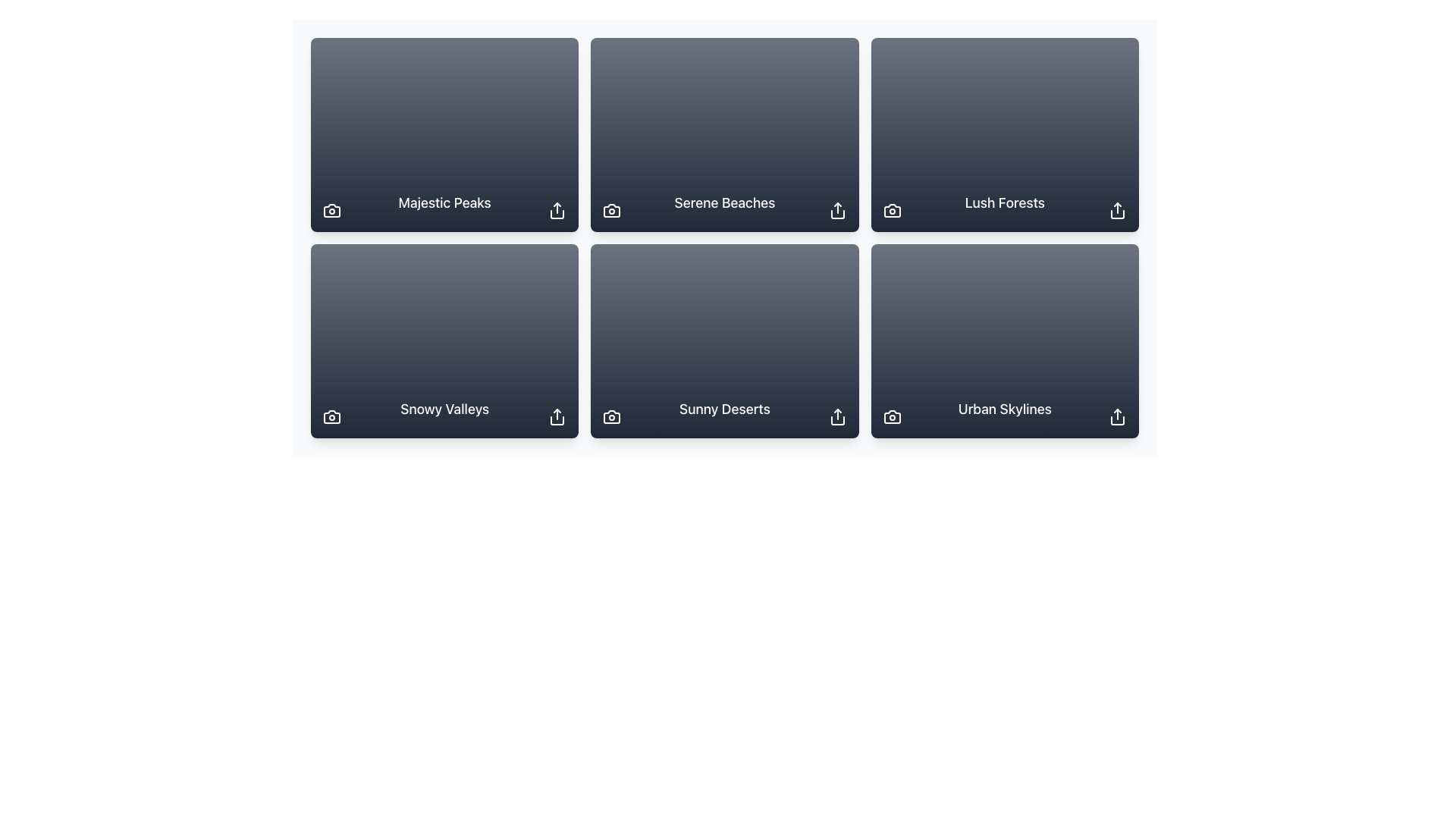 This screenshot has width=1456, height=819. What do you see at coordinates (444, 212) in the screenshot?
I see `text label titled 'Majestic Peaks' located in the upper-center of the card in the grid layout` at bounding box center [444, 212].